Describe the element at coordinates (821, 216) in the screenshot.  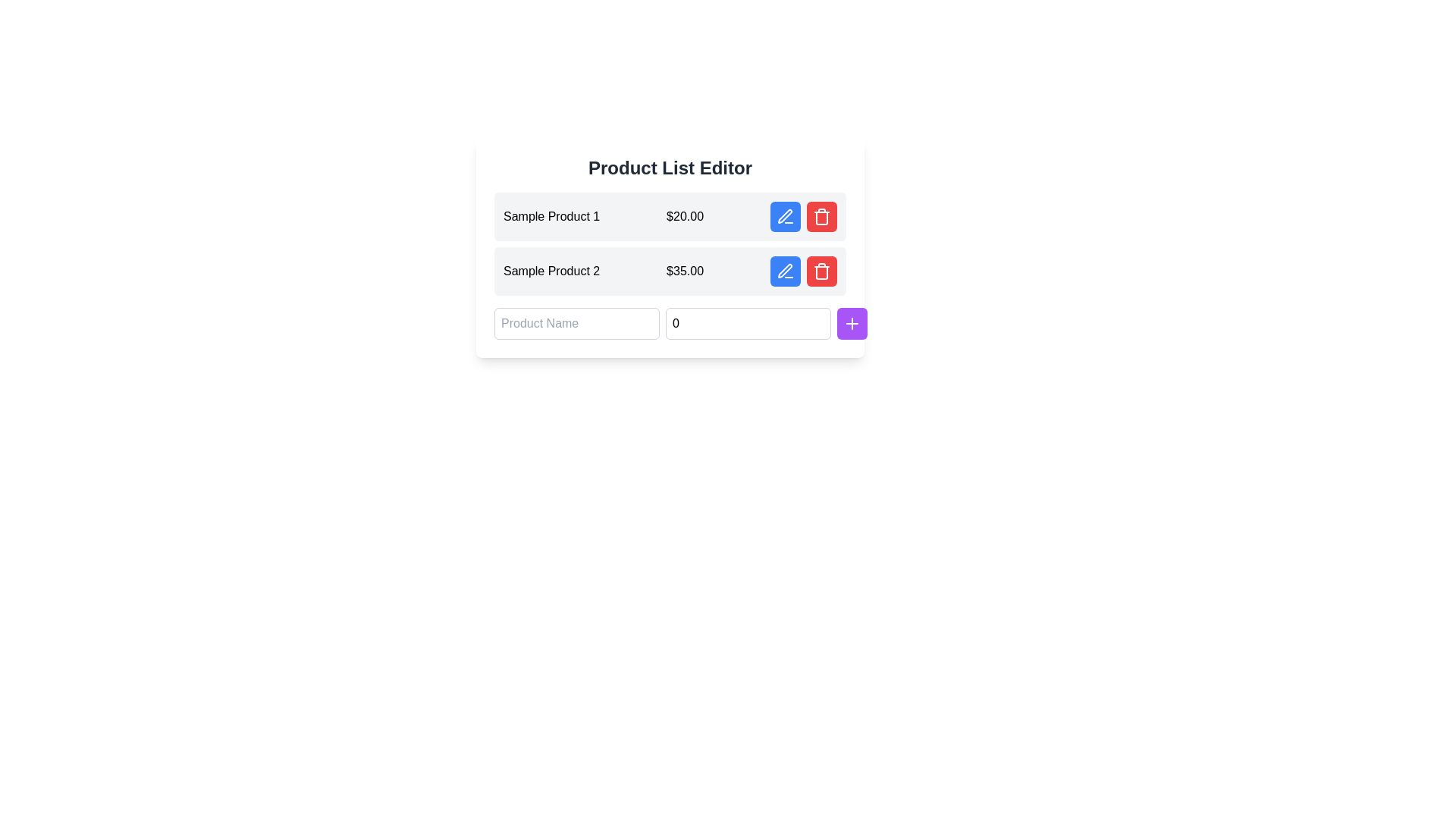
I see `the delete button located at the end of the first row in the product list editor interface` at that location.